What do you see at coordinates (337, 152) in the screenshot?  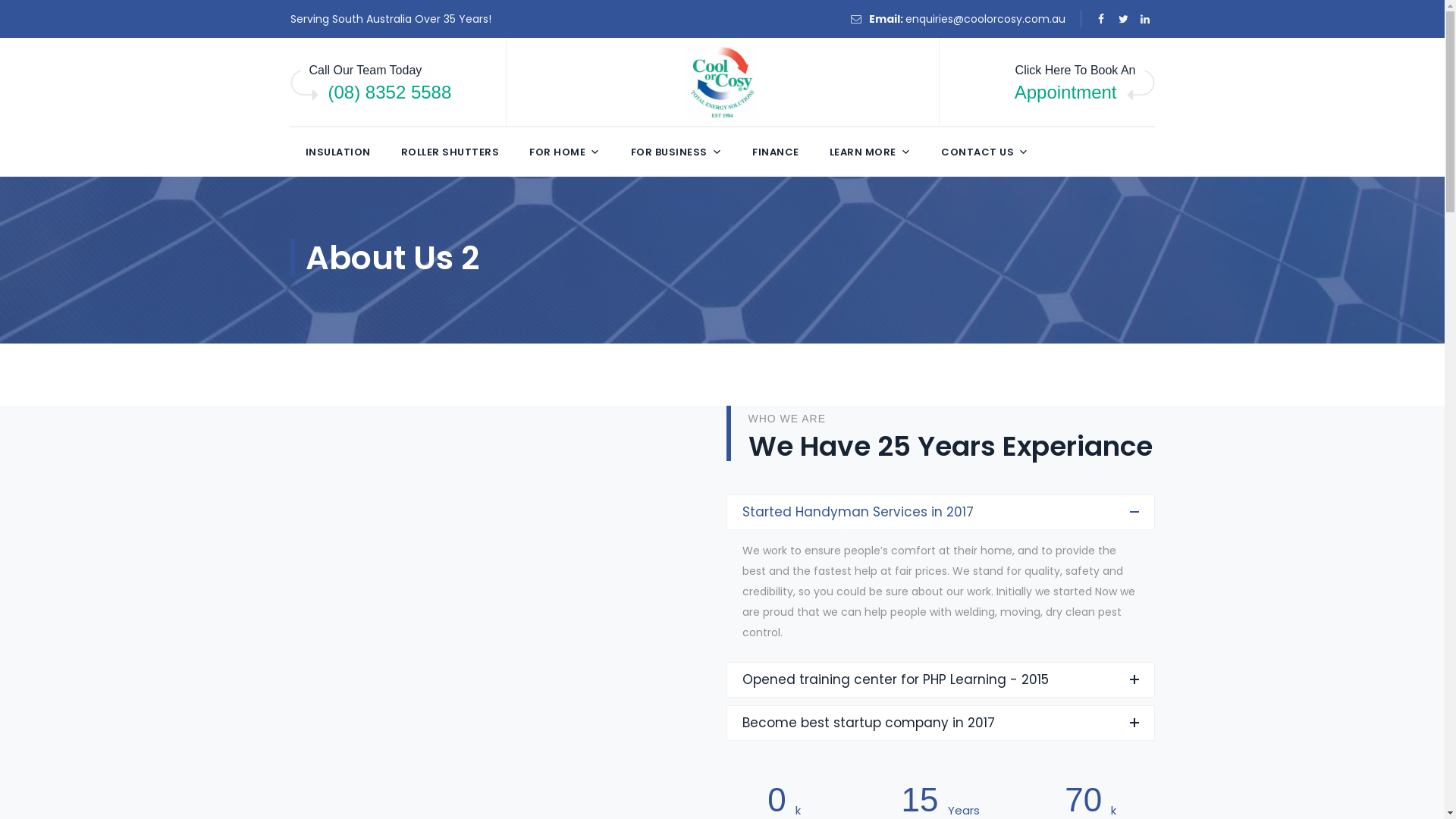 I see `'INSULATION'` at bounding box center [337, 152].